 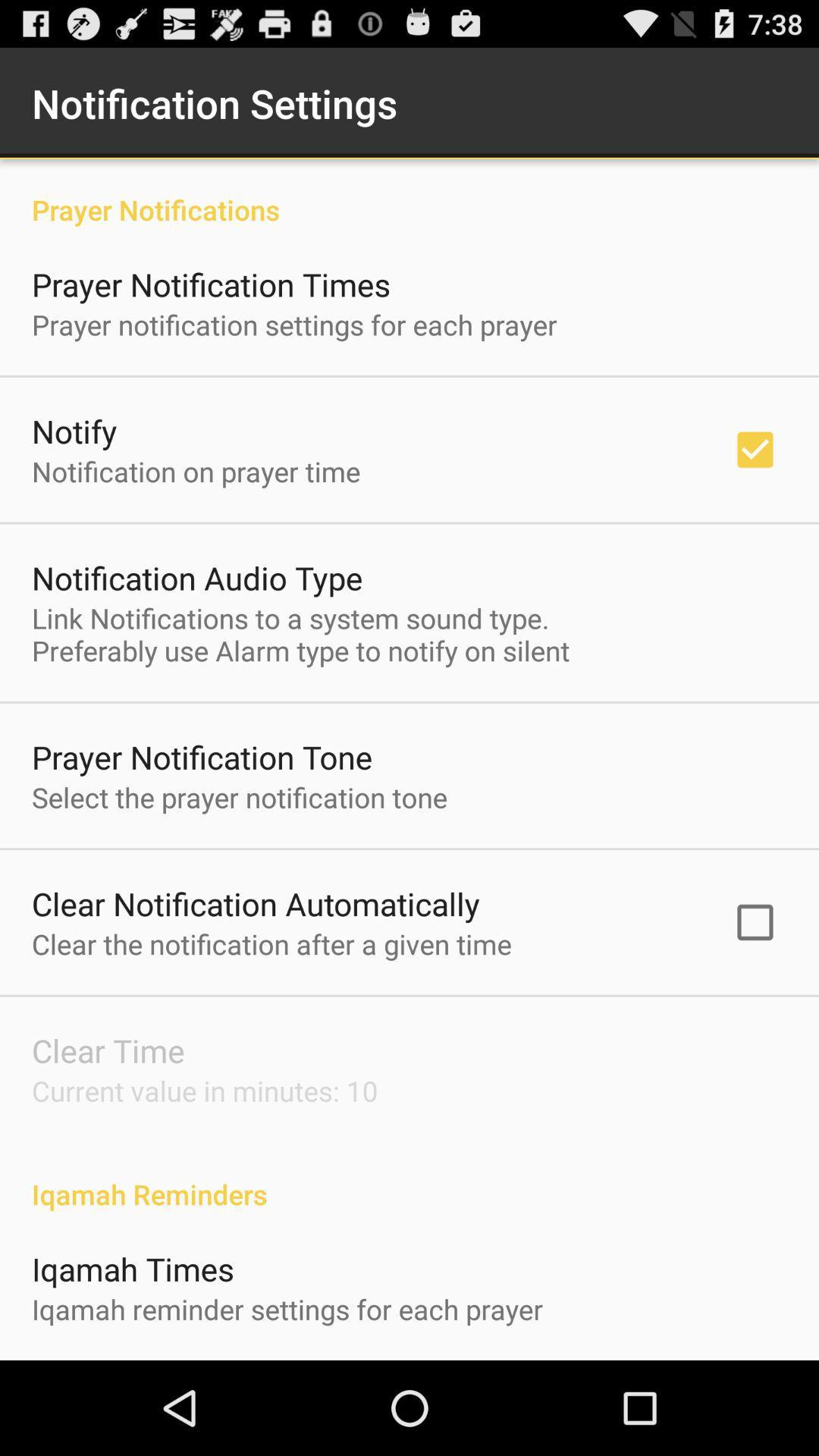 What do you see at coordinates (300, 634) in the screenshot?
I see `the link notifications to at the center` at bounding box center [300, 634].